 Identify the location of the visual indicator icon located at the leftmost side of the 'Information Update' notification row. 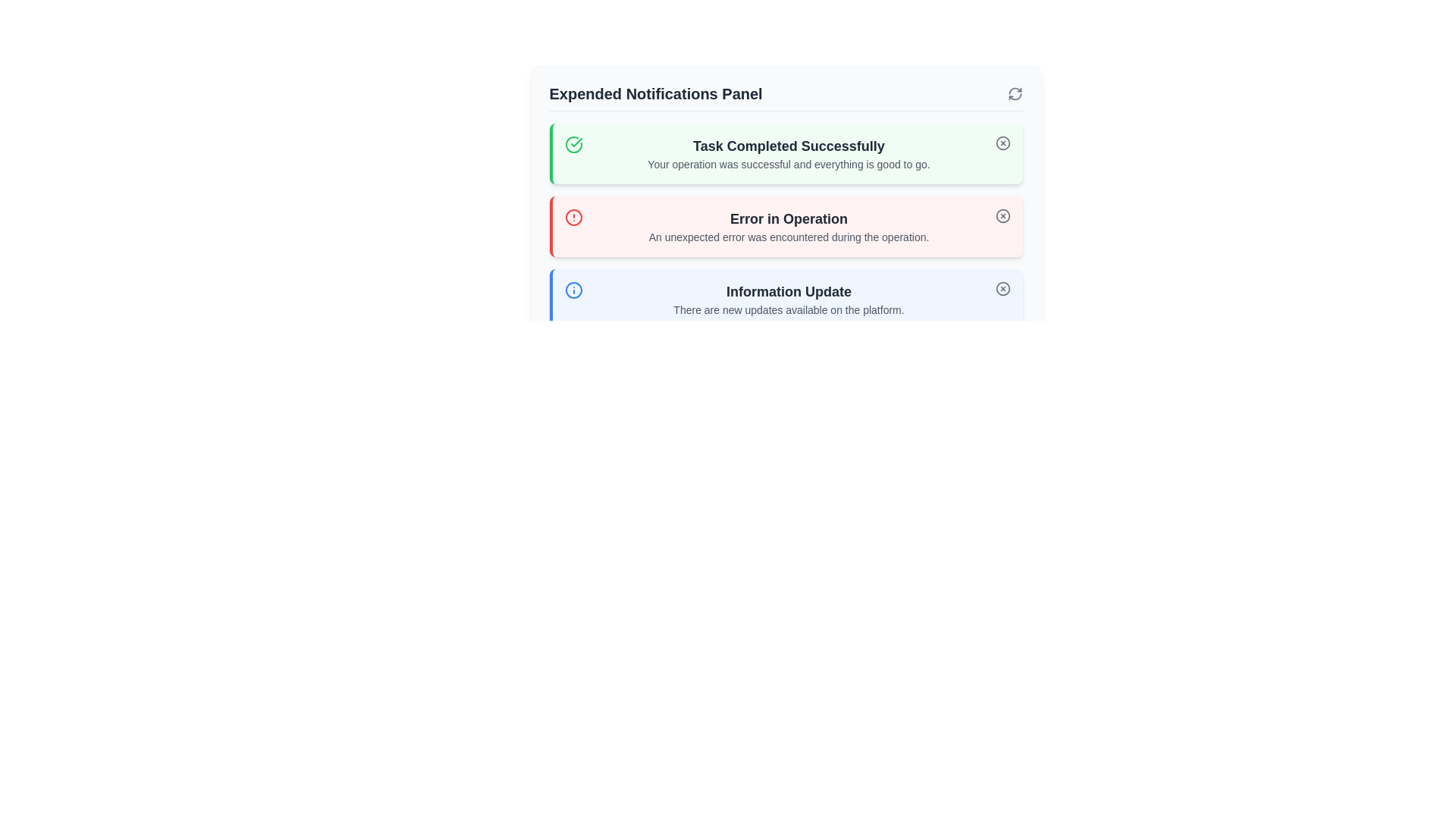
(573, 290).